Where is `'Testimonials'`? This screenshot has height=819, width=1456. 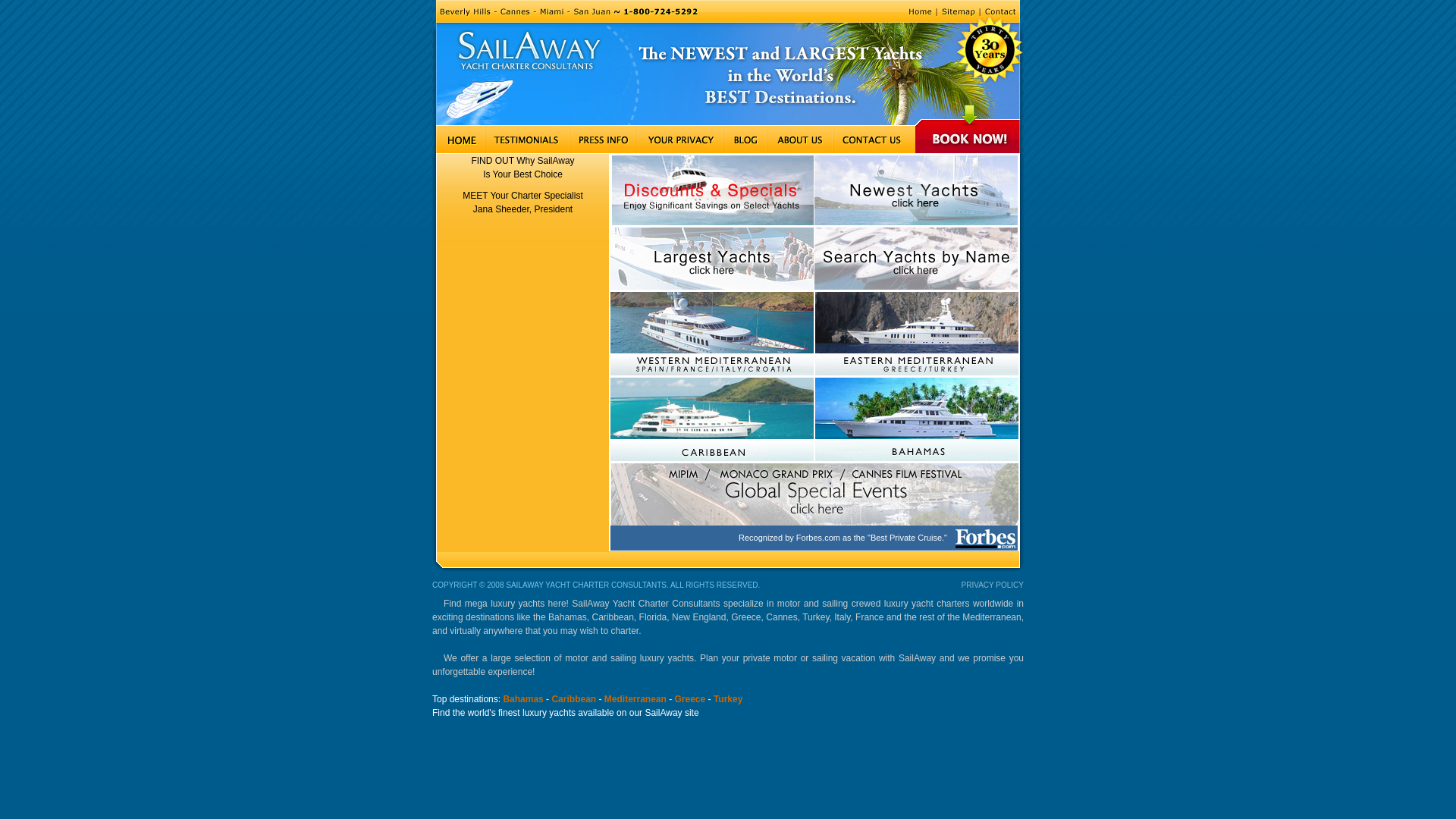
'Testimonials' is located at coordinates (484, 140).